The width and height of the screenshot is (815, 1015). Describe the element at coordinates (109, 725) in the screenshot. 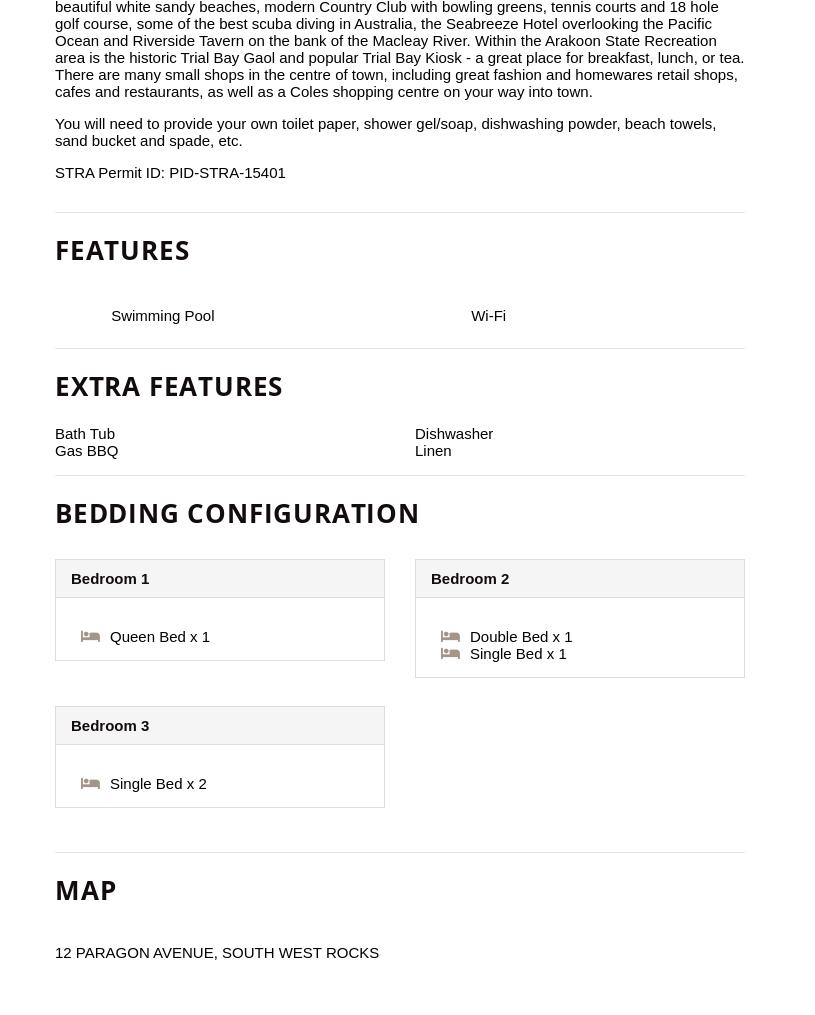

I see `'Bedroom 3'` at that location.